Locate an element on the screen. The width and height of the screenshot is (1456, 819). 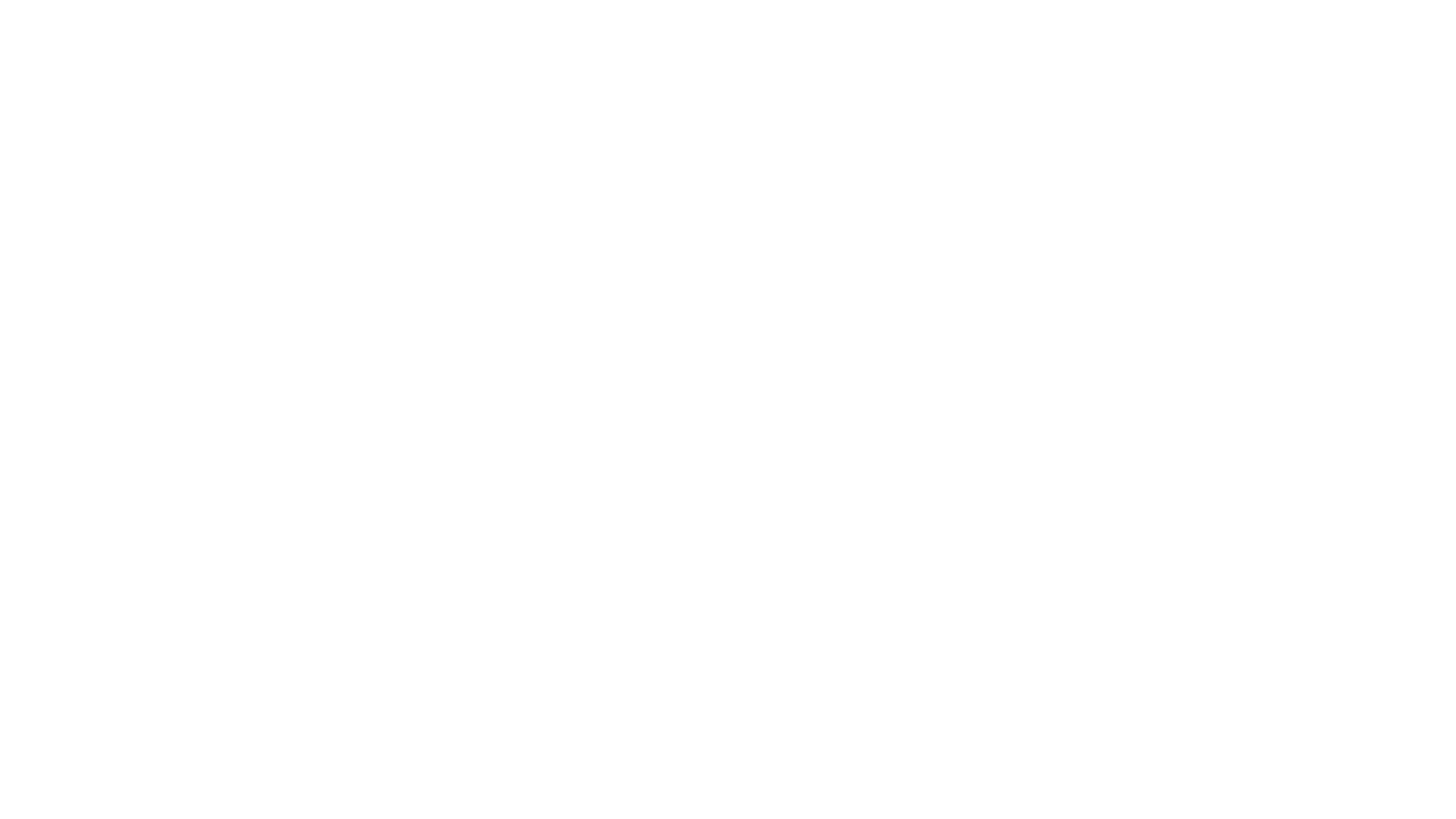
Svetlana Vozykova is located at coordinates (1004, 197).